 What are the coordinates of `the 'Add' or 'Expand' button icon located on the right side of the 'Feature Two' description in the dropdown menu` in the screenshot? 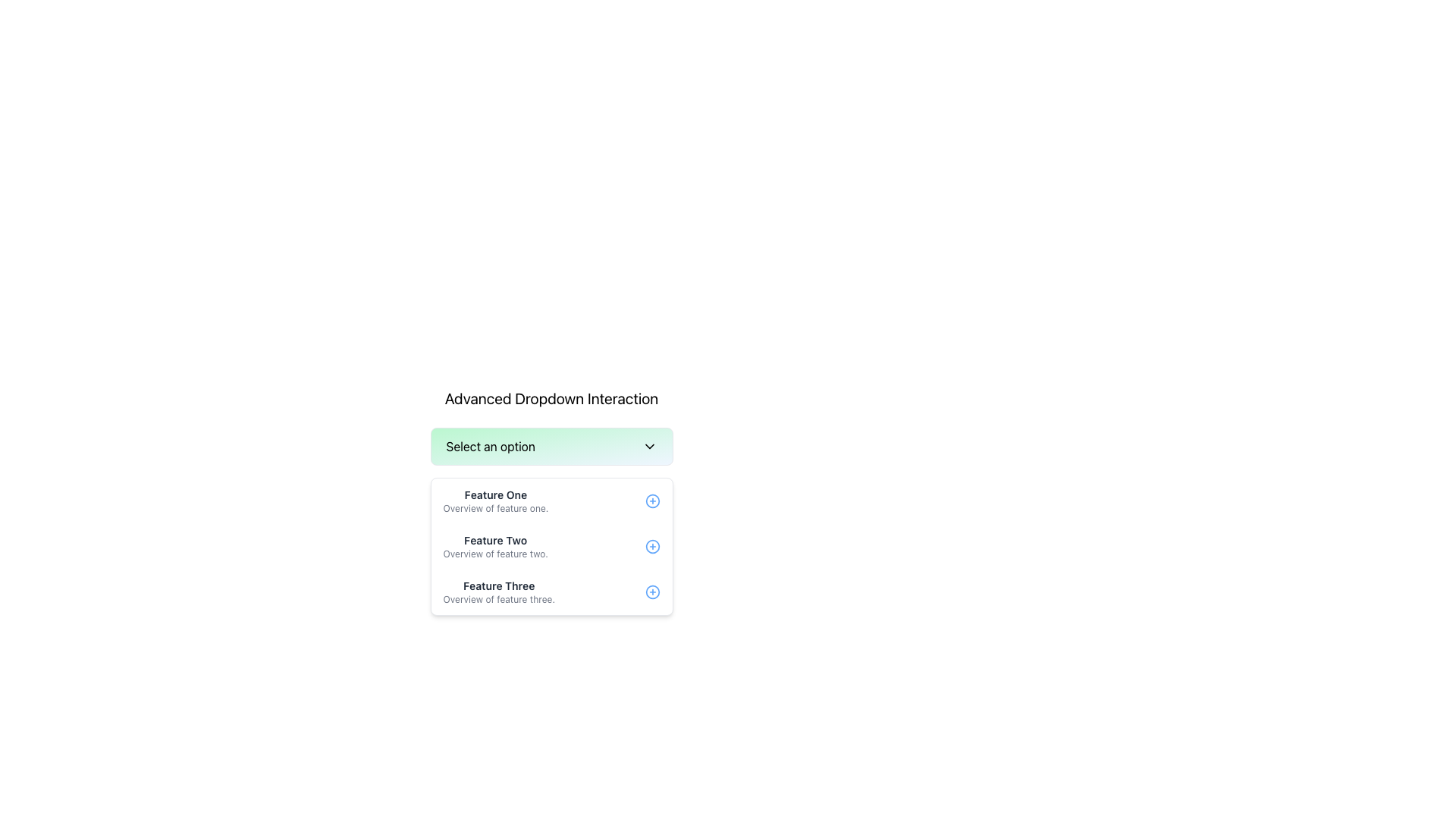 It's located at (652, 547).